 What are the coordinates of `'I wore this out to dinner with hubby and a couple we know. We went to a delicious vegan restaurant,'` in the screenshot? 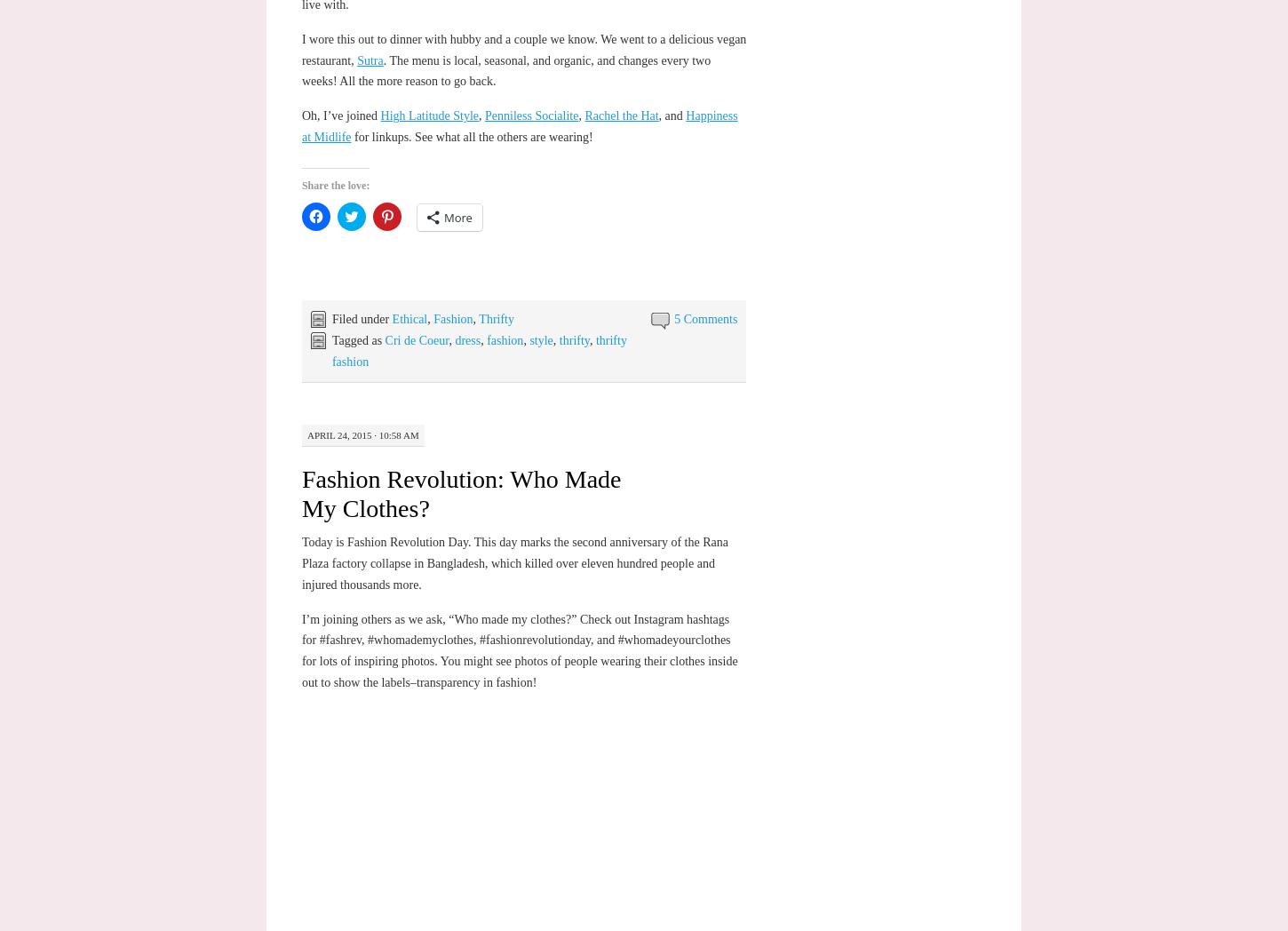 It's located at (523, 49).